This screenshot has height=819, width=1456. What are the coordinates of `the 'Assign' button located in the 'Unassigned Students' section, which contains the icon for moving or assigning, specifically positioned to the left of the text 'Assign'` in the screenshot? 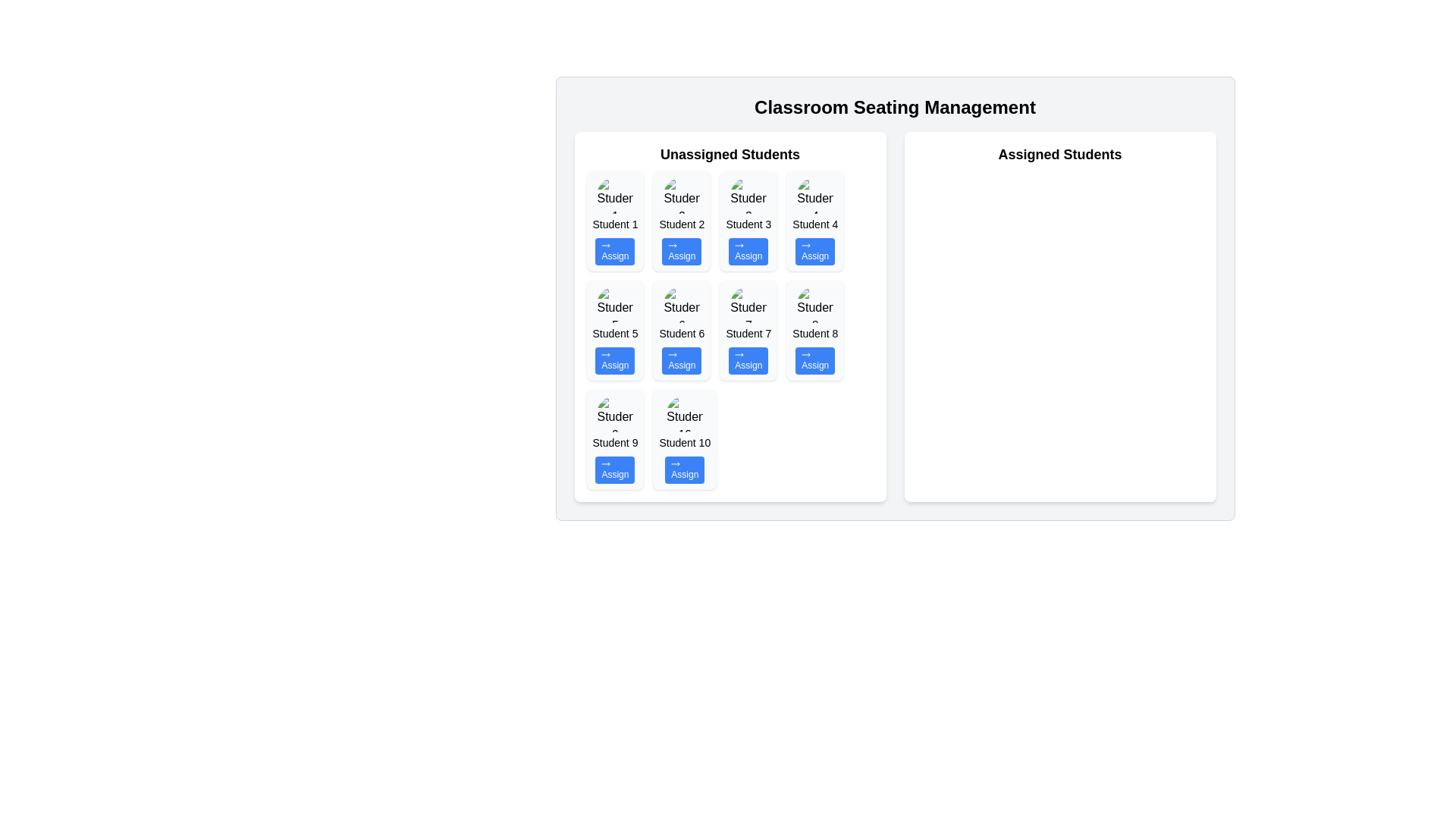 It's located at (605, 354).